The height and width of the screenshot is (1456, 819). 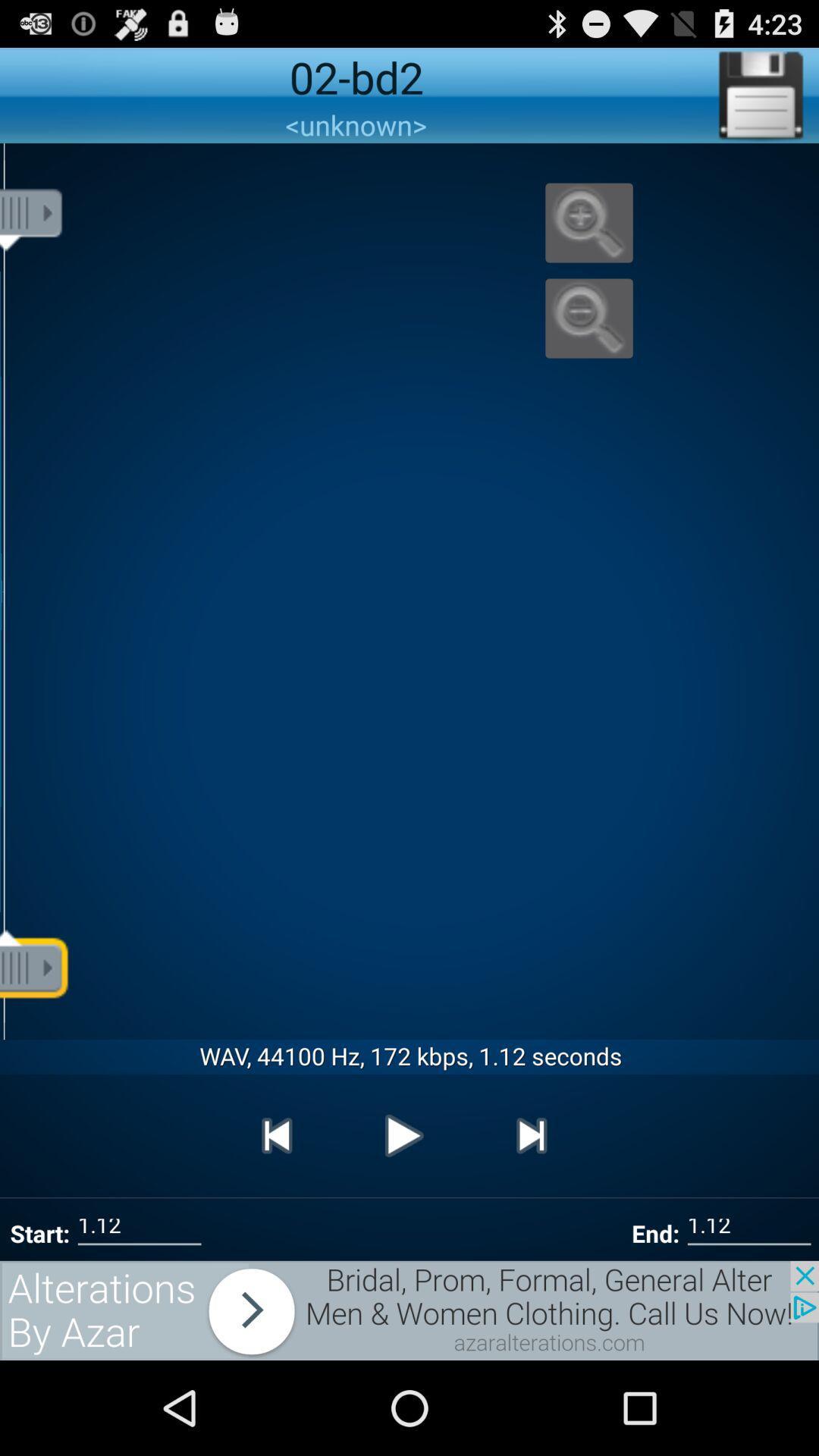 I want to click on the skip_next icon, so click(x=531, y=1216).